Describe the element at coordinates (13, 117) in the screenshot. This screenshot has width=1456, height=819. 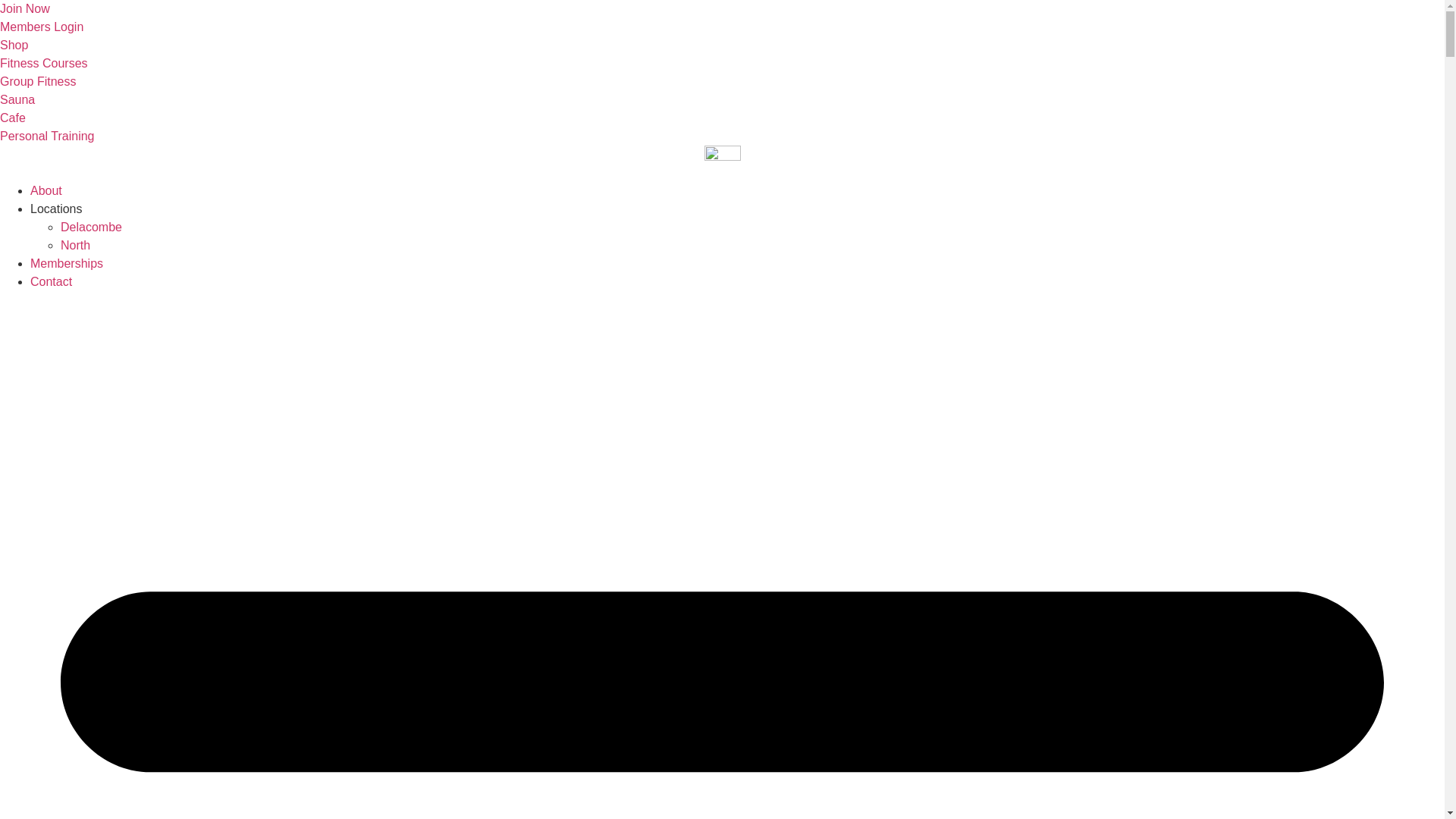
I see `'Cafe'` at that location.